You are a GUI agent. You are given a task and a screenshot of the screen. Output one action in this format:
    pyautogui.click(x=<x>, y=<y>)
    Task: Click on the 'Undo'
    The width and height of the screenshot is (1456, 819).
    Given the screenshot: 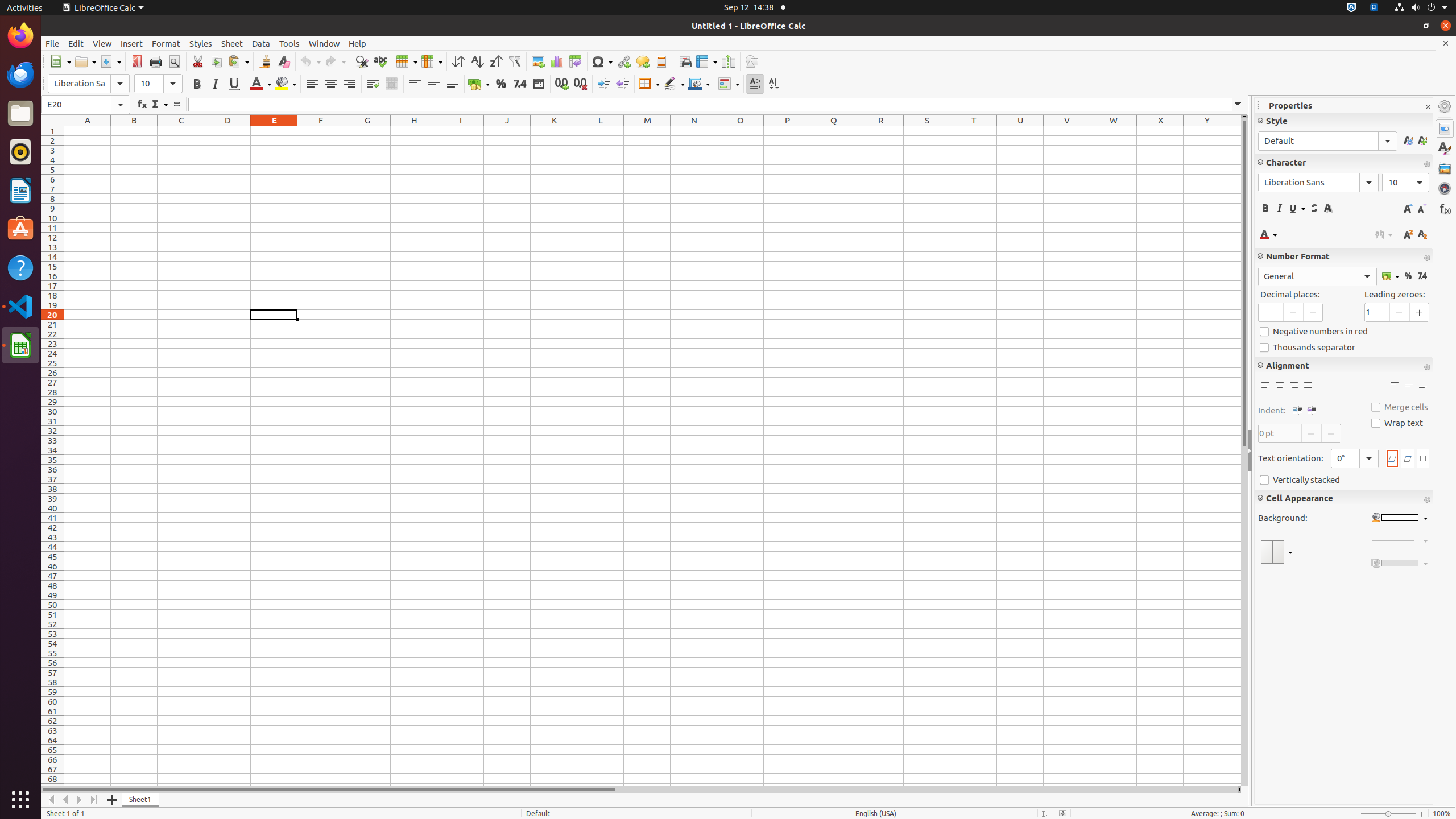 What is the action you would take?
    pyautogui.click(x=310, y=61)
    